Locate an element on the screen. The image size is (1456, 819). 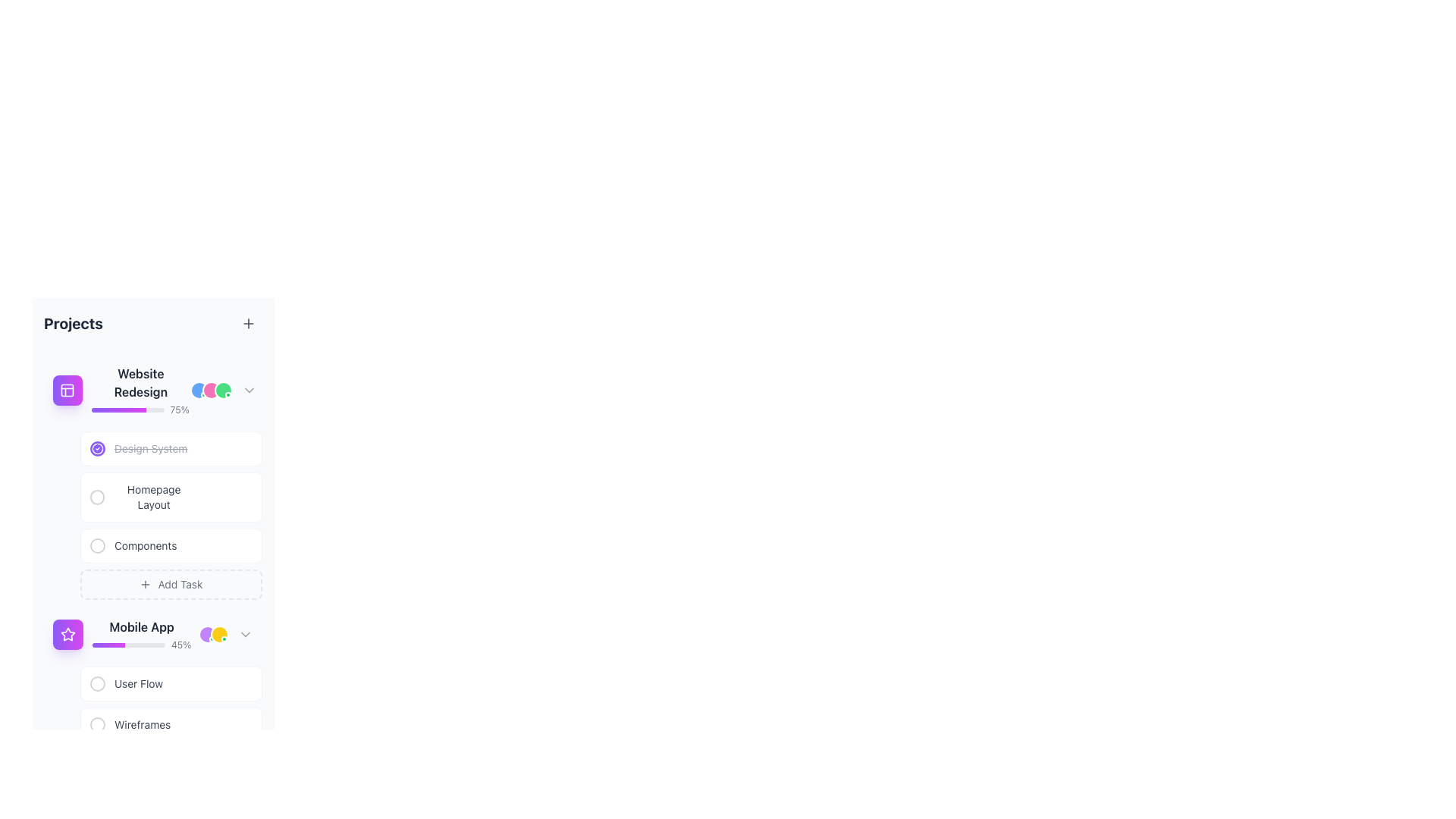
the text item representing a task or subcategory within the 'Website Redesign' project in the left sidebar is located at coordinates (133, 546).